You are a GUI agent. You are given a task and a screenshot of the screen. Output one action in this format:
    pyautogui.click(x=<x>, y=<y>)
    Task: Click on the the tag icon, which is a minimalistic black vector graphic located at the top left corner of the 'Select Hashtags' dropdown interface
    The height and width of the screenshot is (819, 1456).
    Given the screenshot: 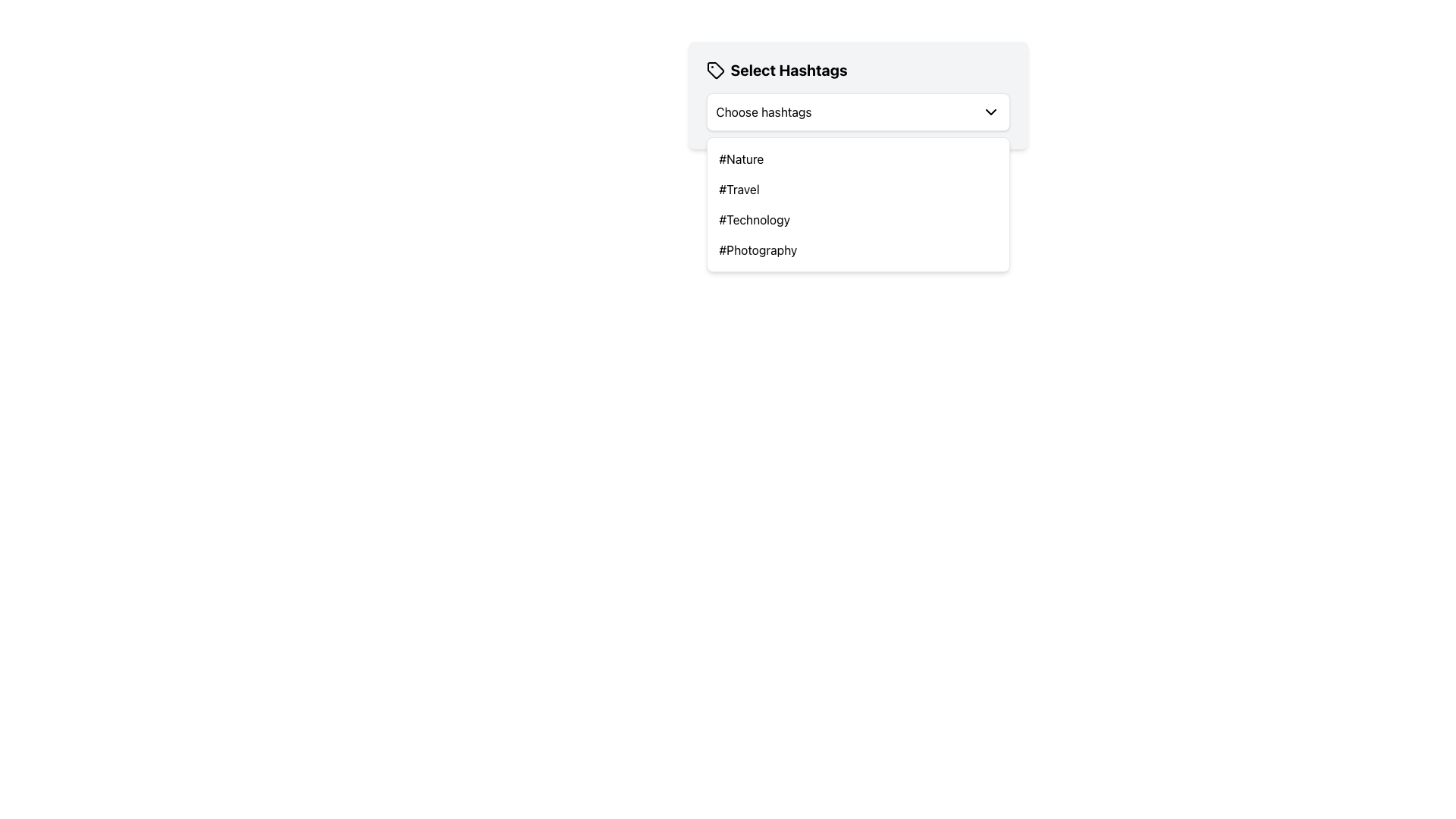 What is the action you would take?
    pyautogui.click(x=714, y=70)
    